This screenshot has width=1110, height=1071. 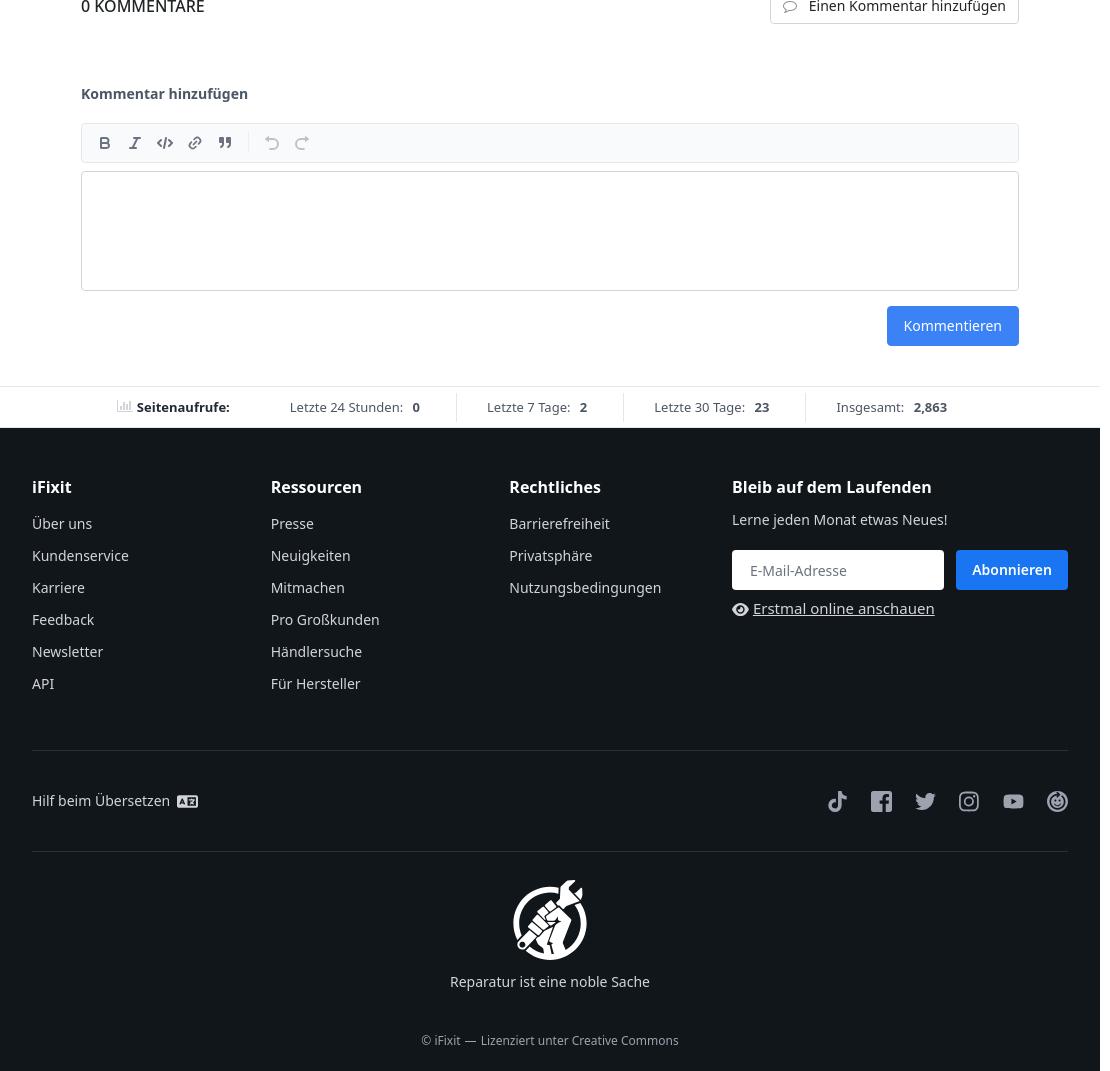 I want to click on '© iFixit', so click(x=439, y=1040).